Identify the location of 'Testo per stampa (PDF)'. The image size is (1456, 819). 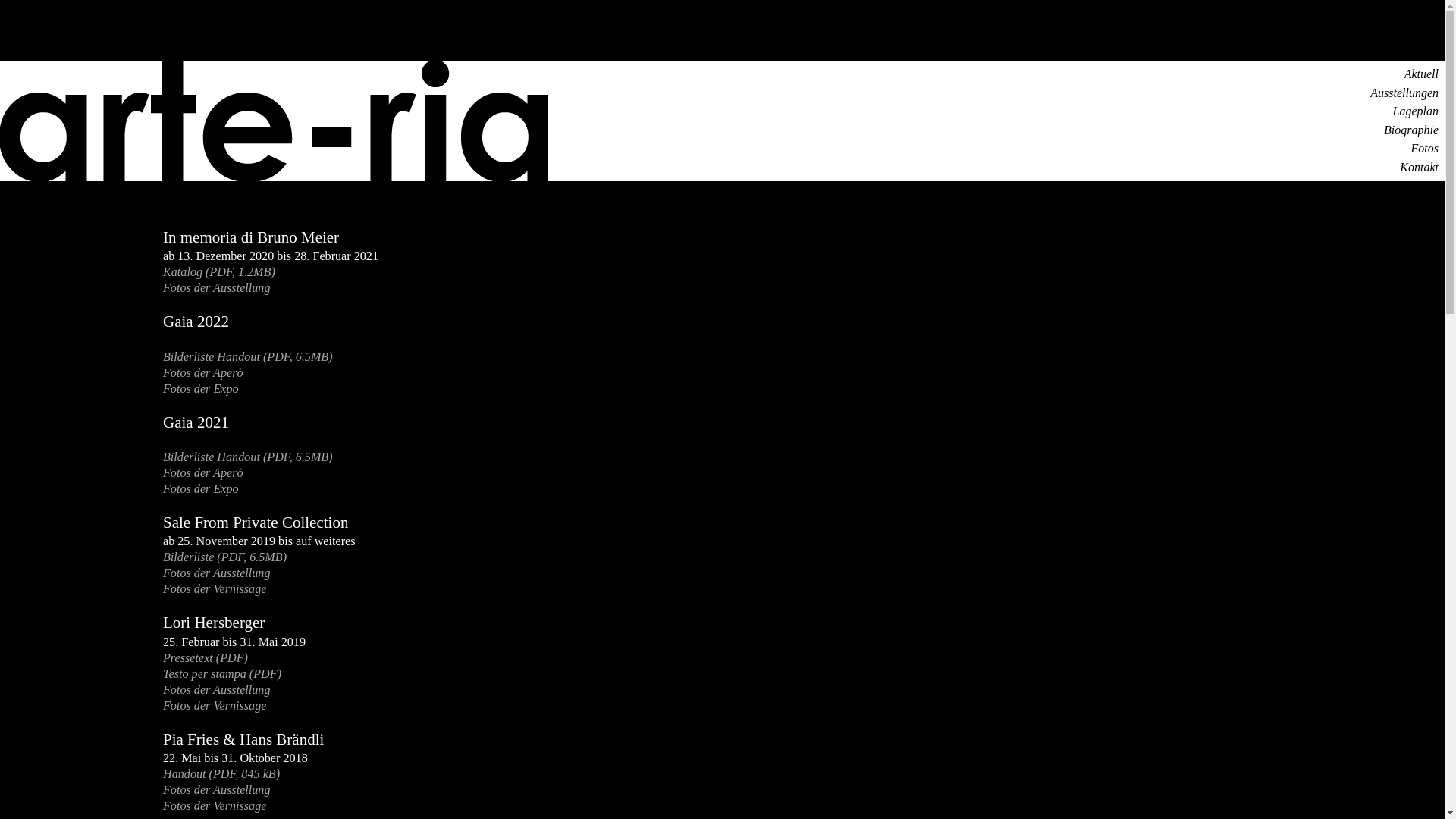
(221, 673).